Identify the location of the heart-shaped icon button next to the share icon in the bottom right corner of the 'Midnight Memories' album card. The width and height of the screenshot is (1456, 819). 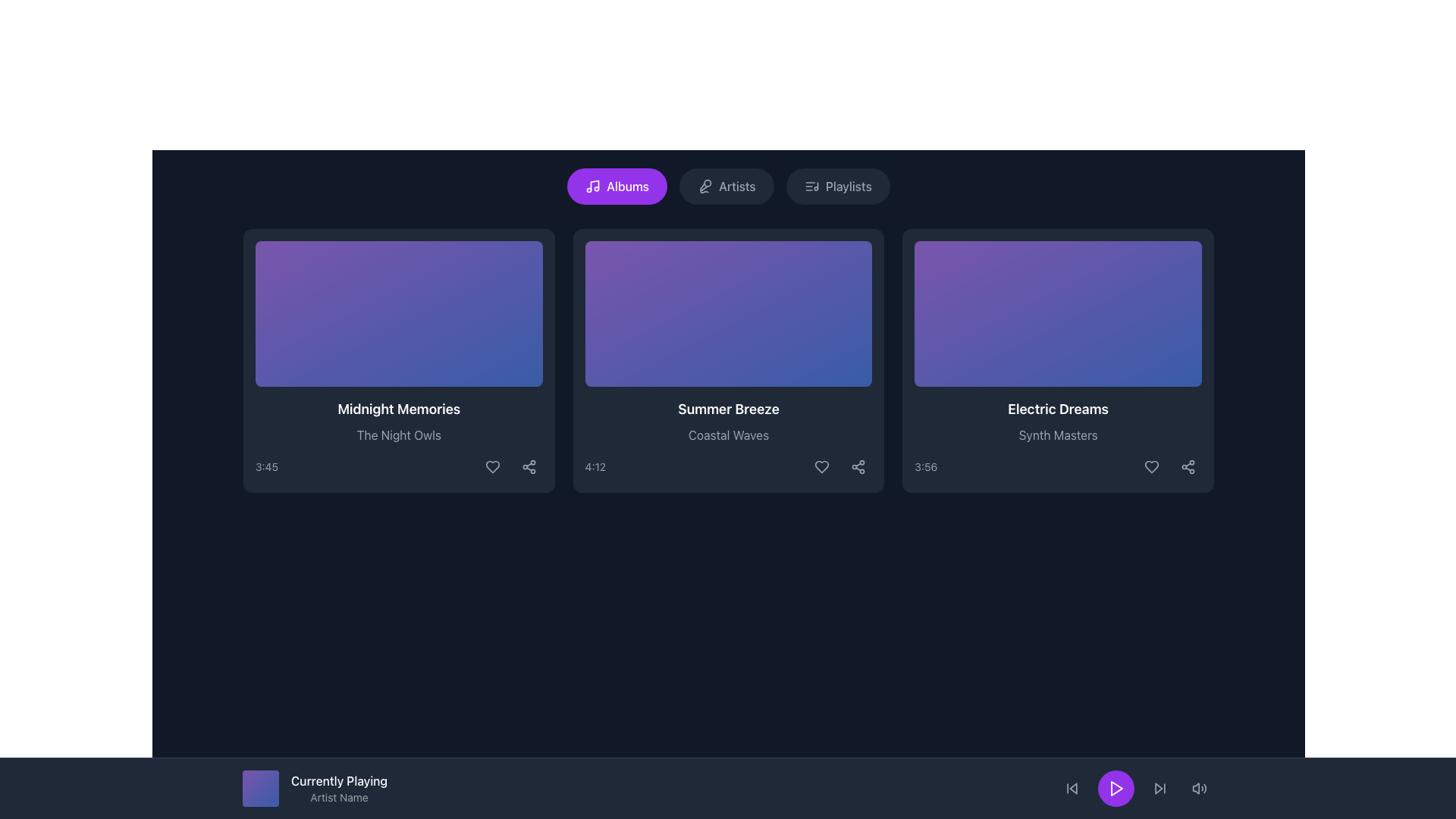
(492, 466).